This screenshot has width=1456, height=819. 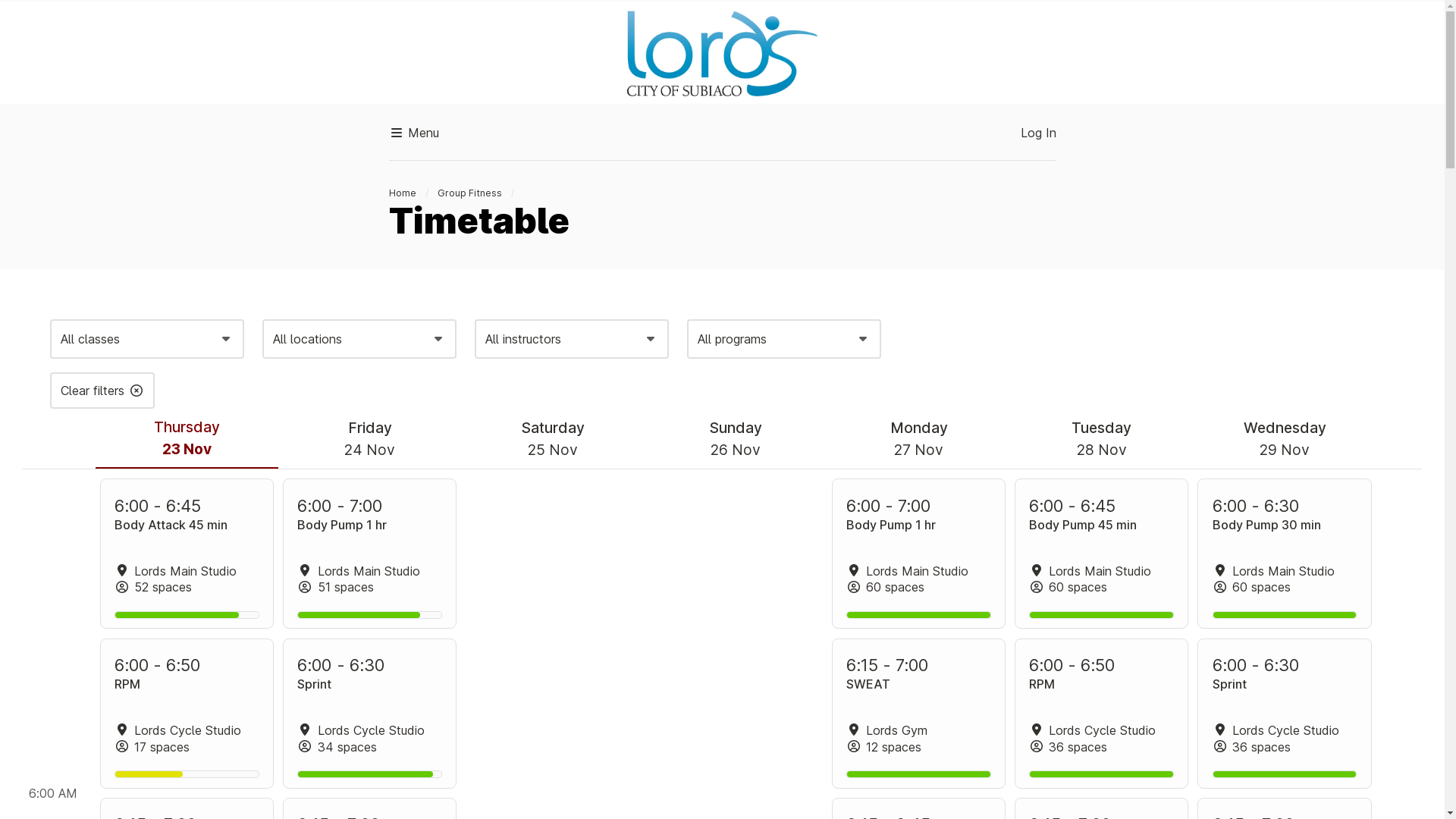 What do you see at coordinates (1283, 553) in the screenshot?
I see `'Body Pump 30 min` at bounding box center [1283, 553].